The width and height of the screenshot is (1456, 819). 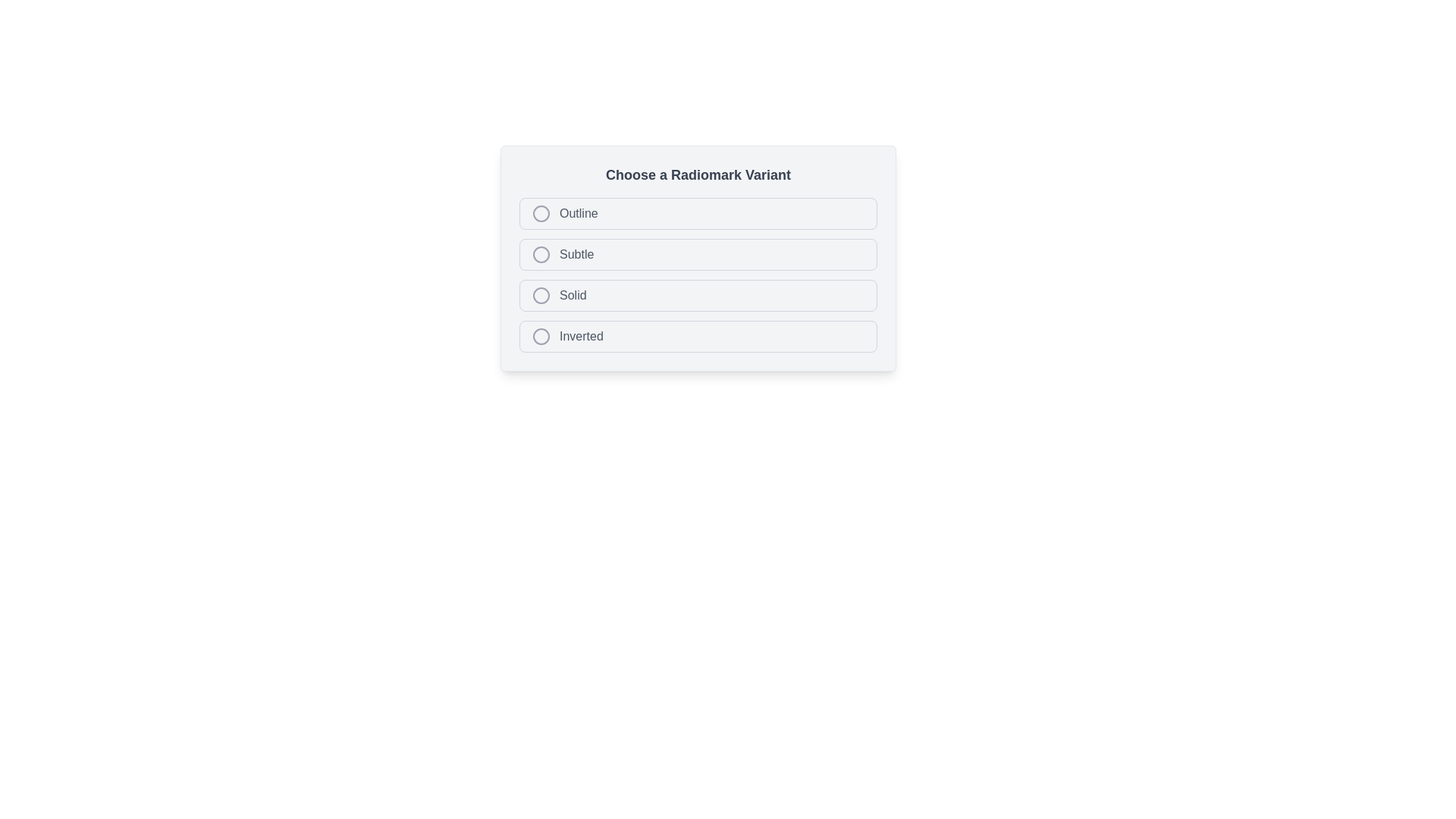 What do you see at coordinates (541, 335) in the screenshot?
I see `the selected radio button for the 'Inverted' option, which is a circular graphical component with a filled center located to the left of the fourth option in a vertical list` at bounding box center [541, 335].